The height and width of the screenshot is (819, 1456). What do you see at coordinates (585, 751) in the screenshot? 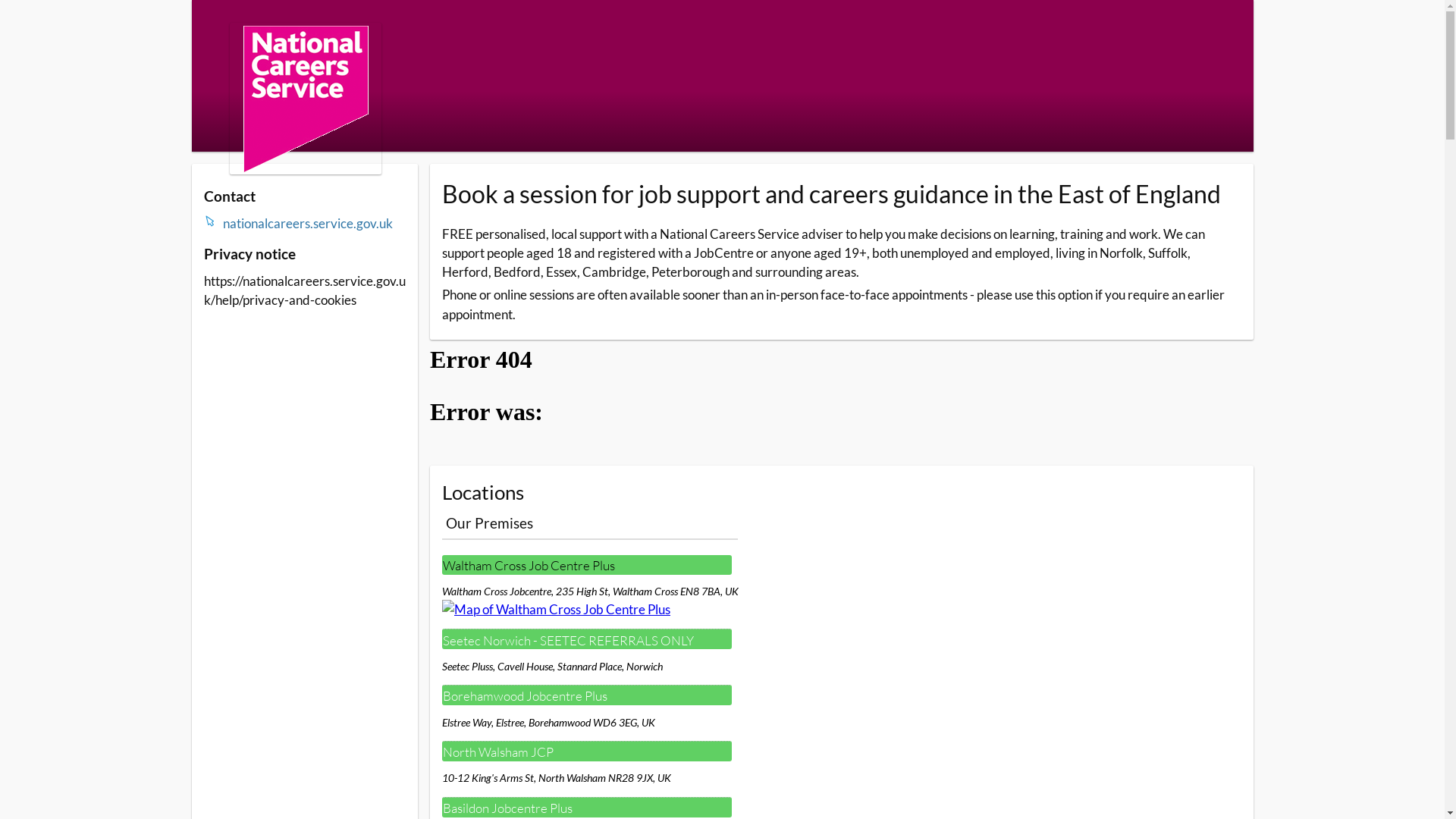
I see `'North Walsham JCP'` at bounding box center [585, 751].